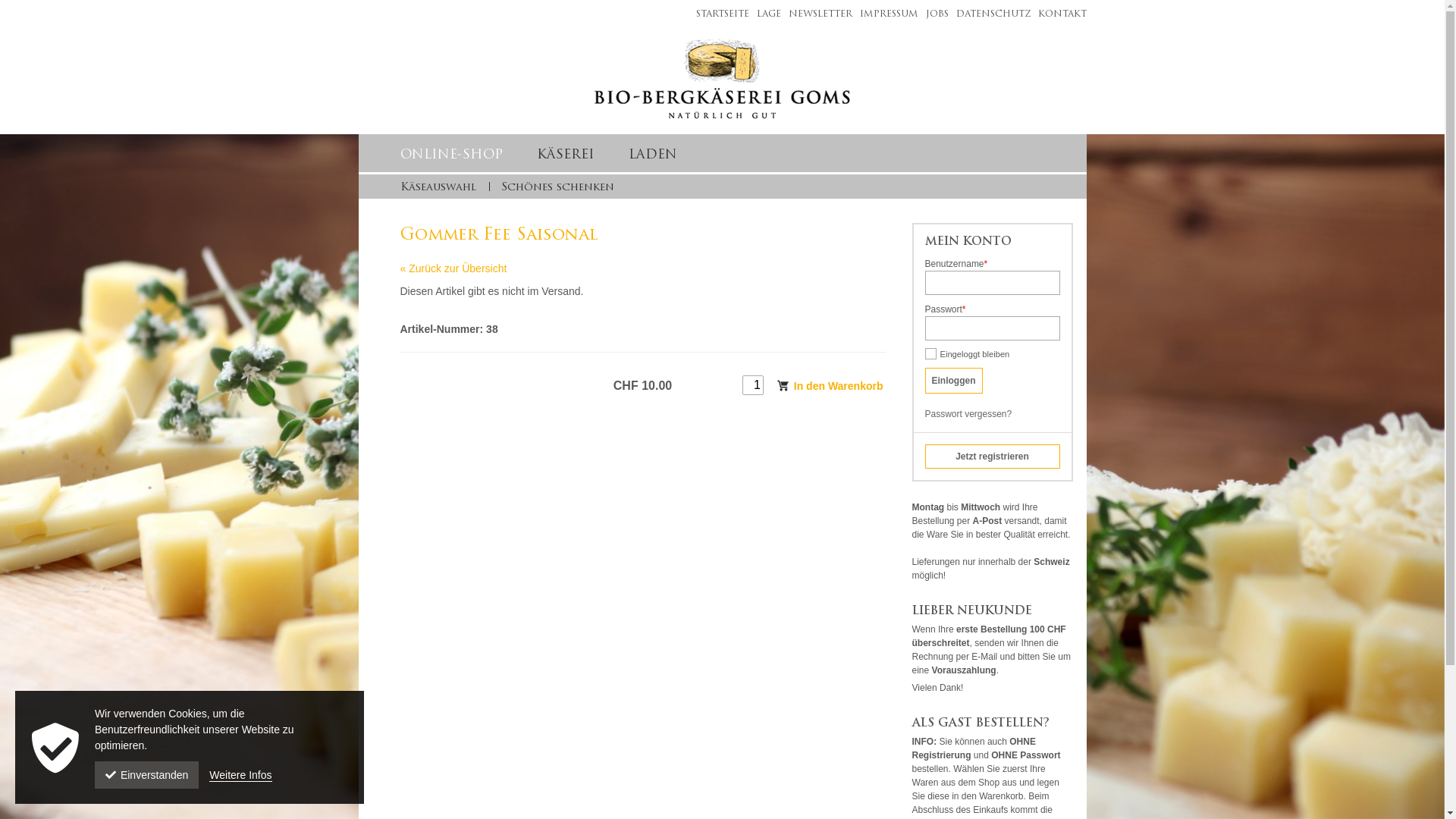 Image resolution: width=1456 pixels, height=819 pixels. What do you see at coordinates (924, 414) in the screenshot?
I see `'Passwort vergessen?'` at bounding box center [924, 414].